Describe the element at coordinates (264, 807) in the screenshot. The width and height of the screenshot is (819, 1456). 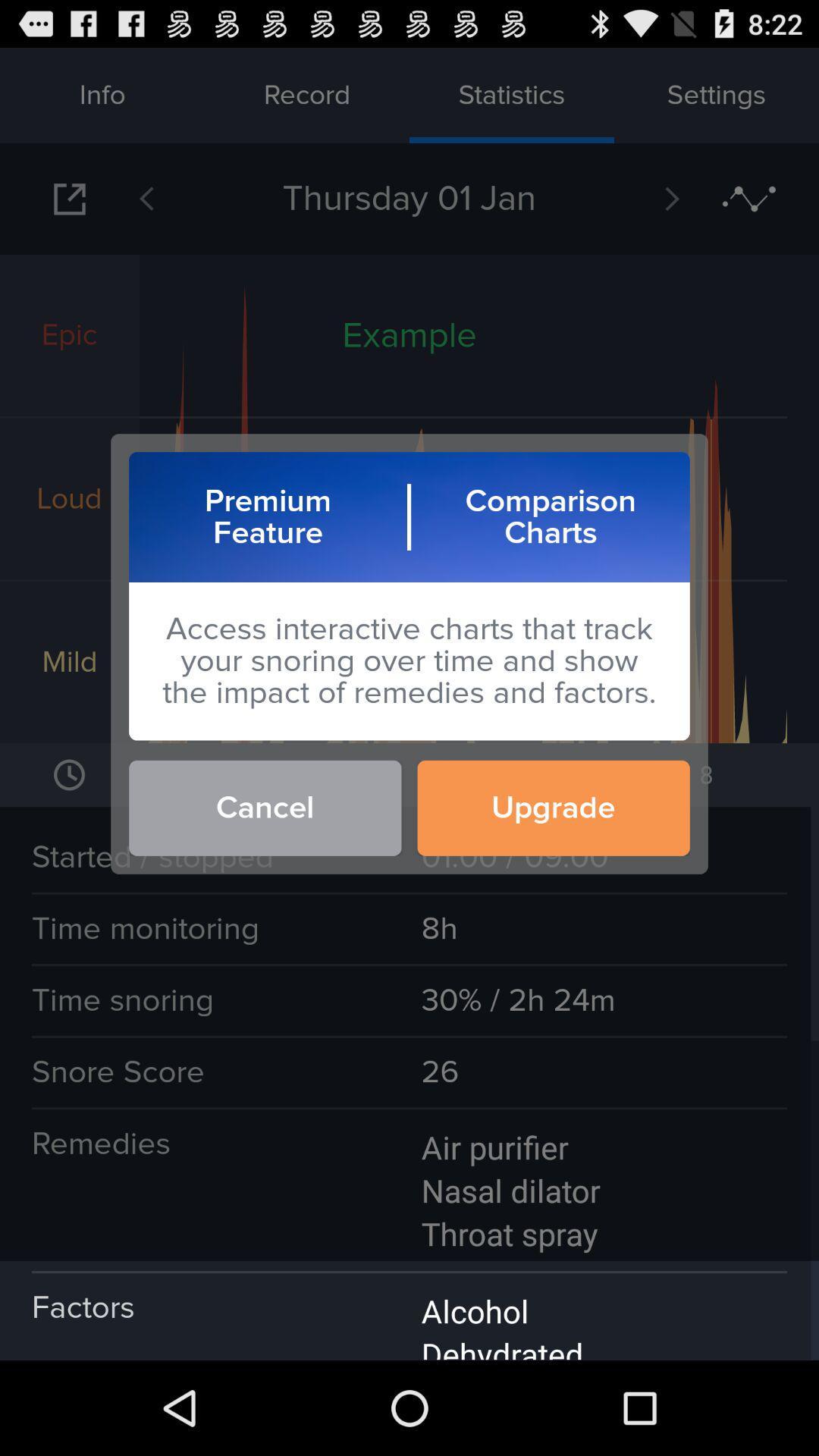
I see `the icon next to the upgrade item` at that location.